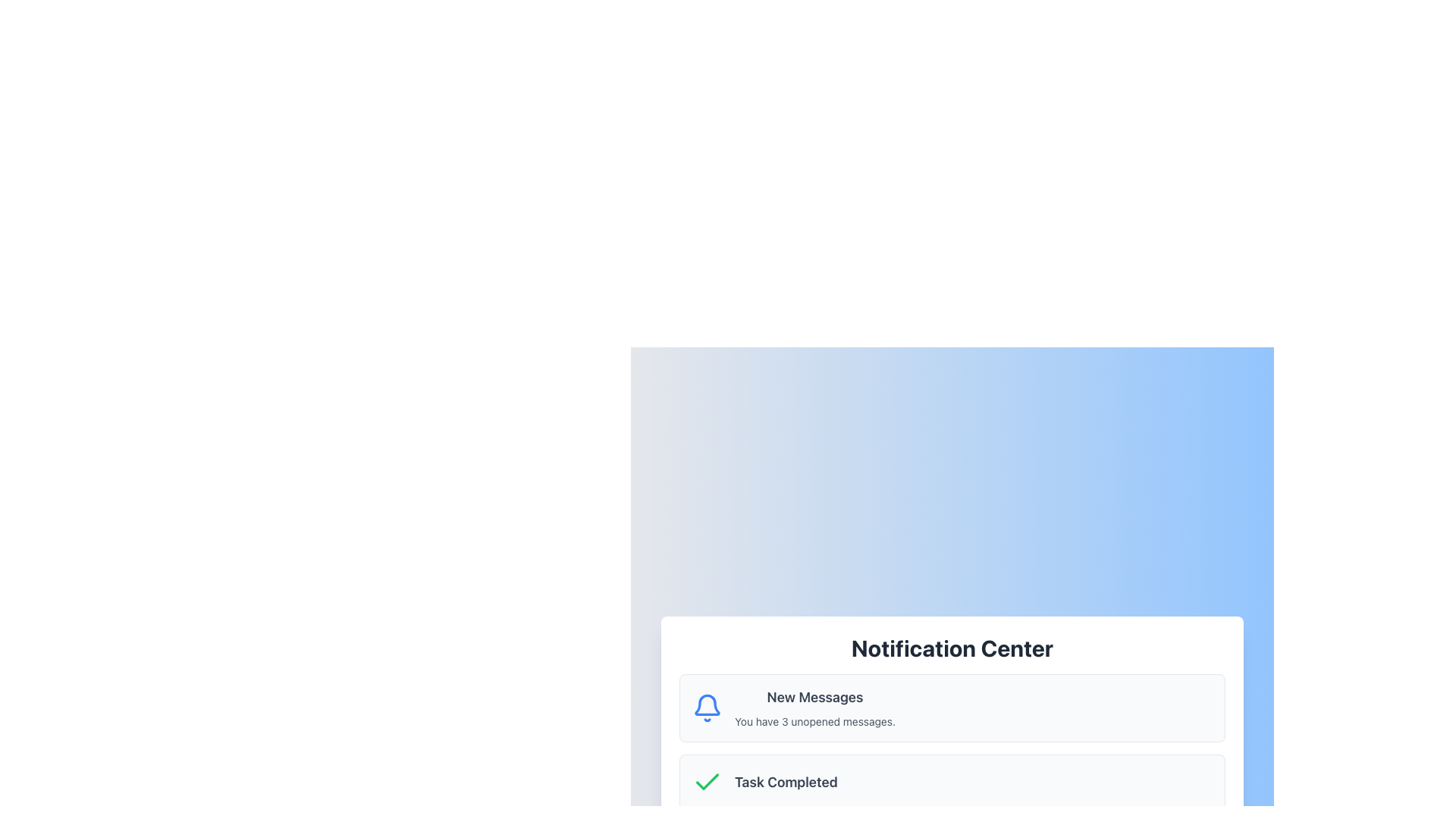 Image resolution: width=1456 pixels, height=819 pixels. I want to click on status message displayed in the text label located in the notification panel, directly below the 'New Messages' heading, so click(814, 721).